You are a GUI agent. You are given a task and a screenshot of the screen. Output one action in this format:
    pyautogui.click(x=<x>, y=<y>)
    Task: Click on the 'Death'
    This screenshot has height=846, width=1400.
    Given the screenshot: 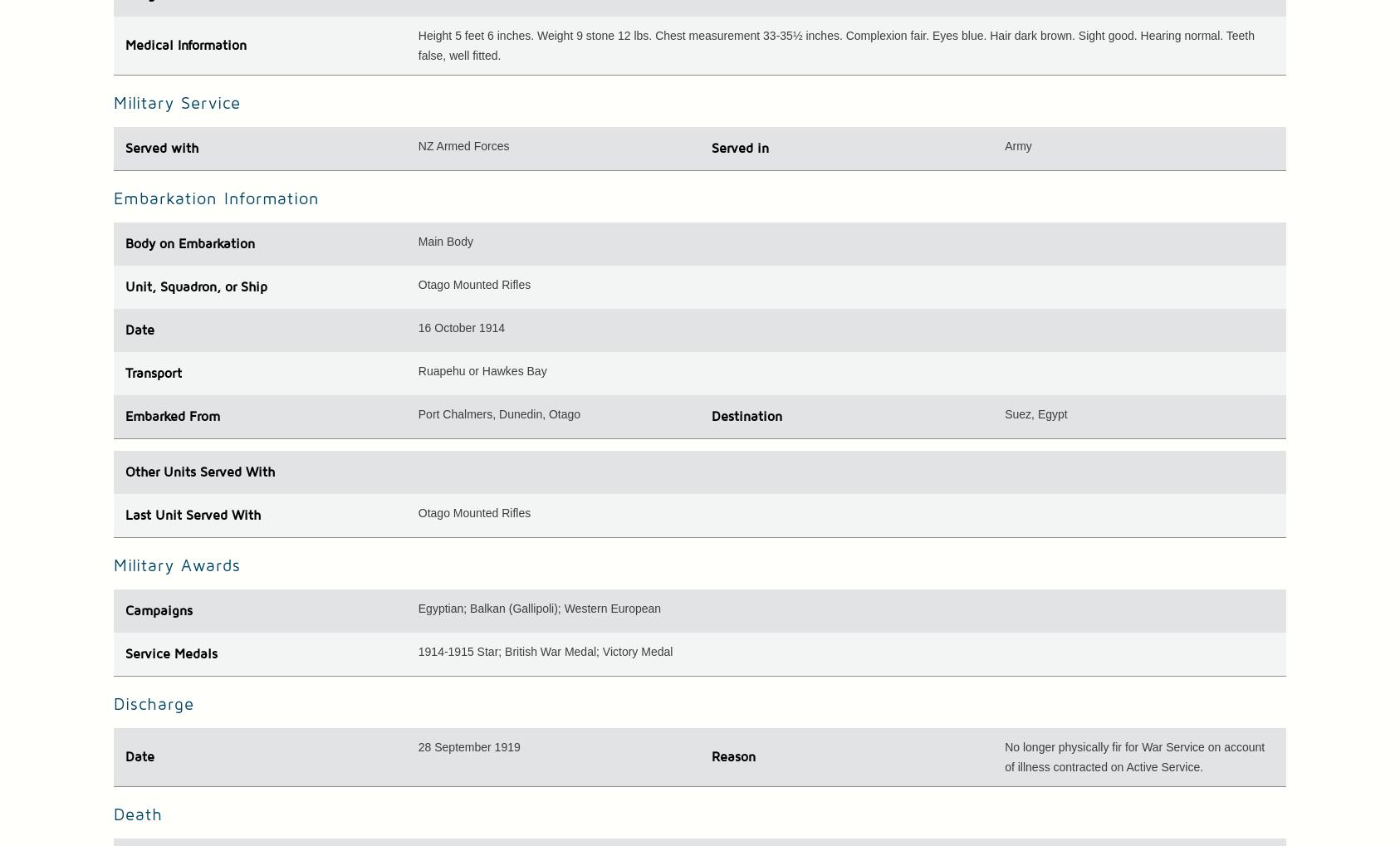 What is the action you would take?
    pyautogui.click(x=112, y=814)
    